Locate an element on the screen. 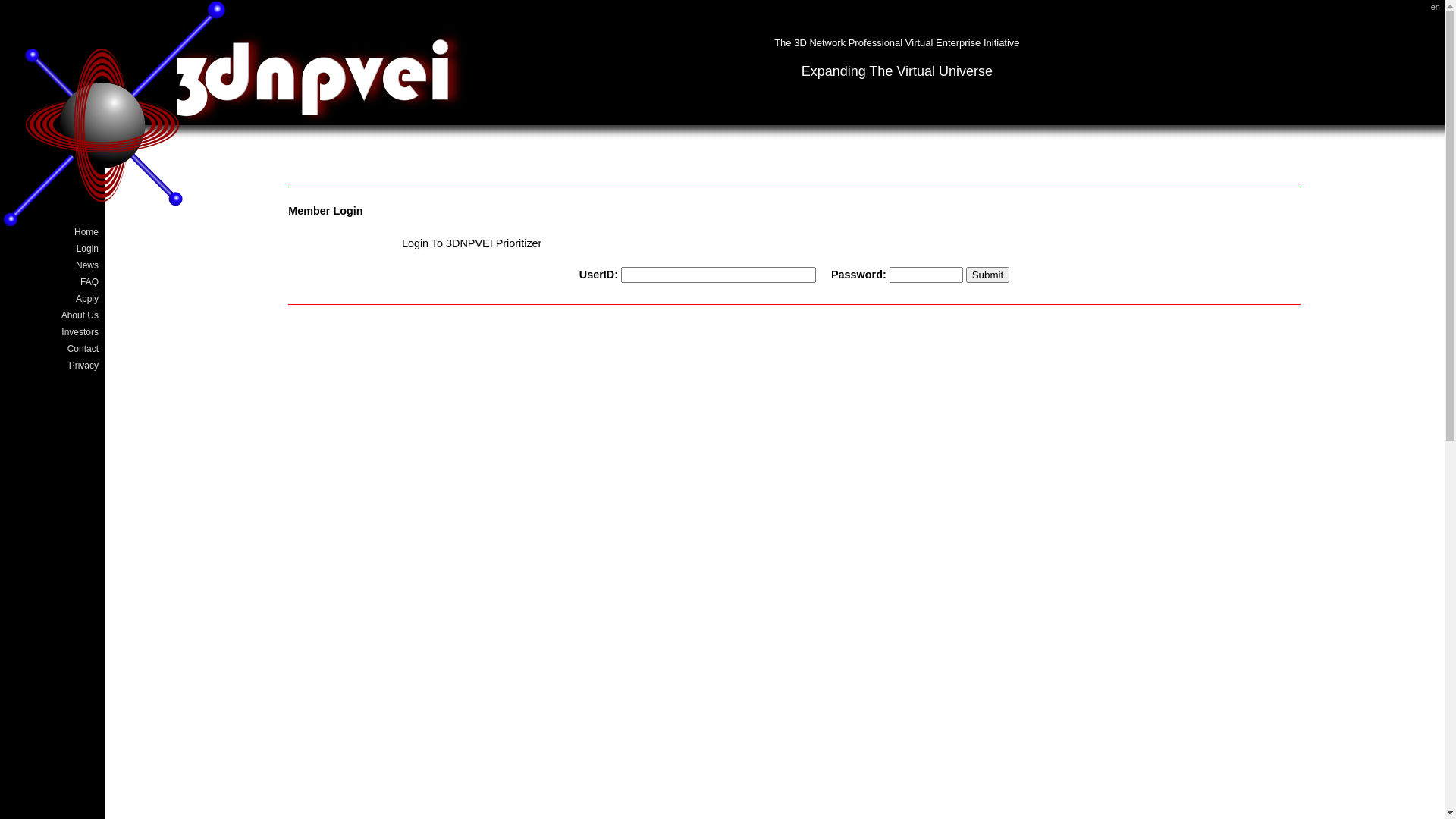  'Home' is located at coordinates (53, 231).